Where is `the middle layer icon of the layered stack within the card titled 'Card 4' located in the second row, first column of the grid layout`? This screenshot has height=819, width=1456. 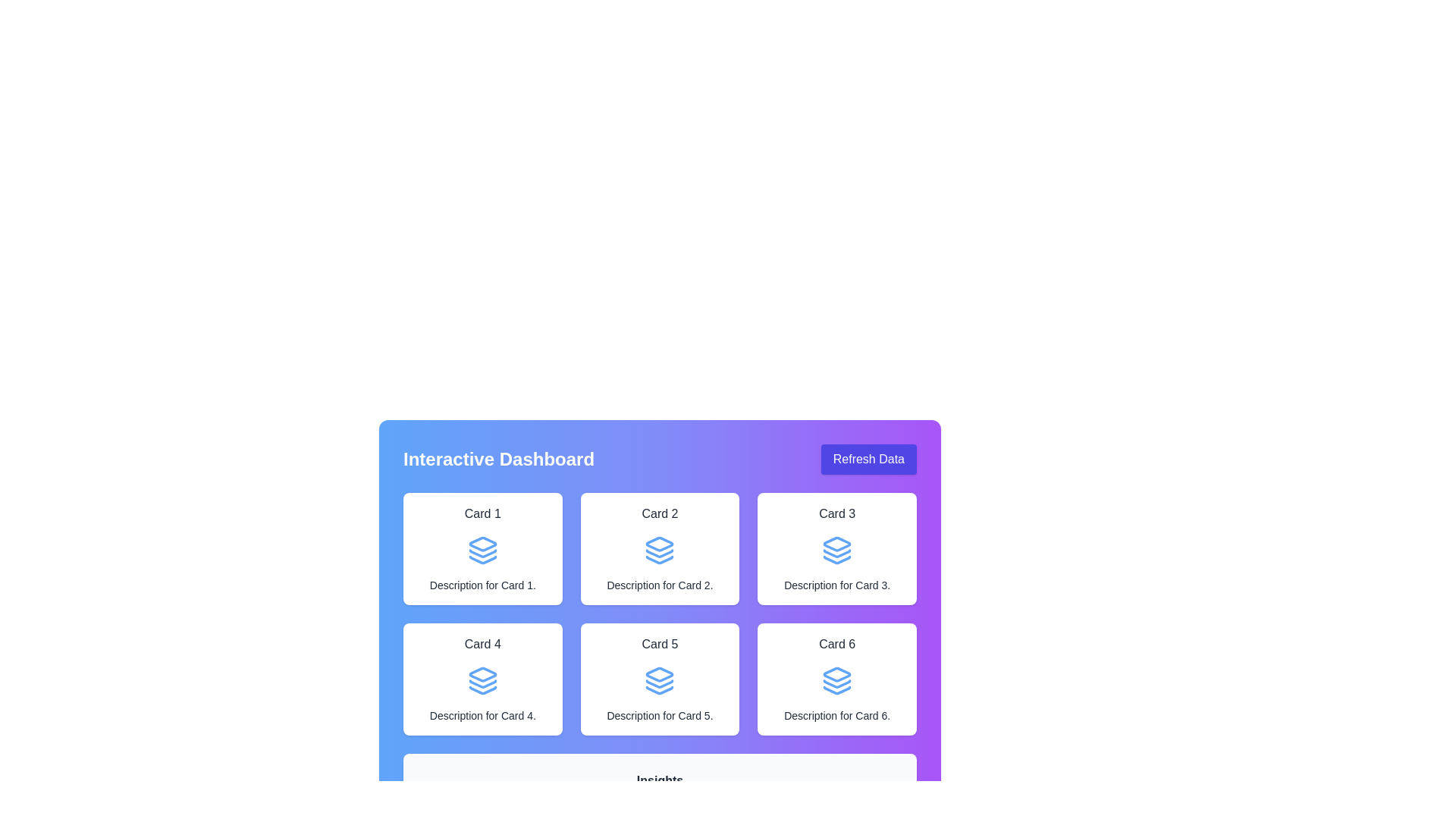
the middle layer icon of the layered stack within the card titled 'Card 4' located in the second row, first column of the grid layout is located at coordinates (482, 684).